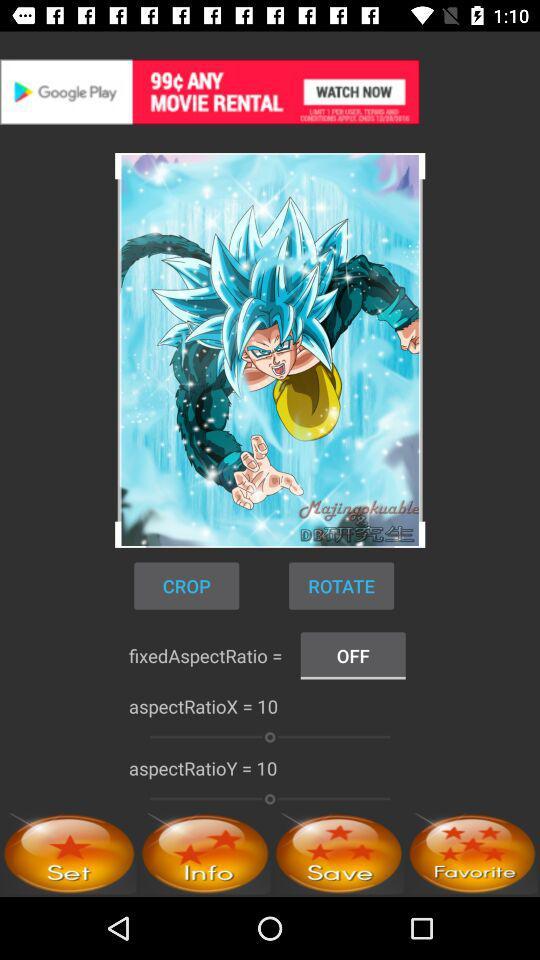  What do you see at coordinates (338, 852) in the screenshot?
I see `button` at bounding box center [338, 852].